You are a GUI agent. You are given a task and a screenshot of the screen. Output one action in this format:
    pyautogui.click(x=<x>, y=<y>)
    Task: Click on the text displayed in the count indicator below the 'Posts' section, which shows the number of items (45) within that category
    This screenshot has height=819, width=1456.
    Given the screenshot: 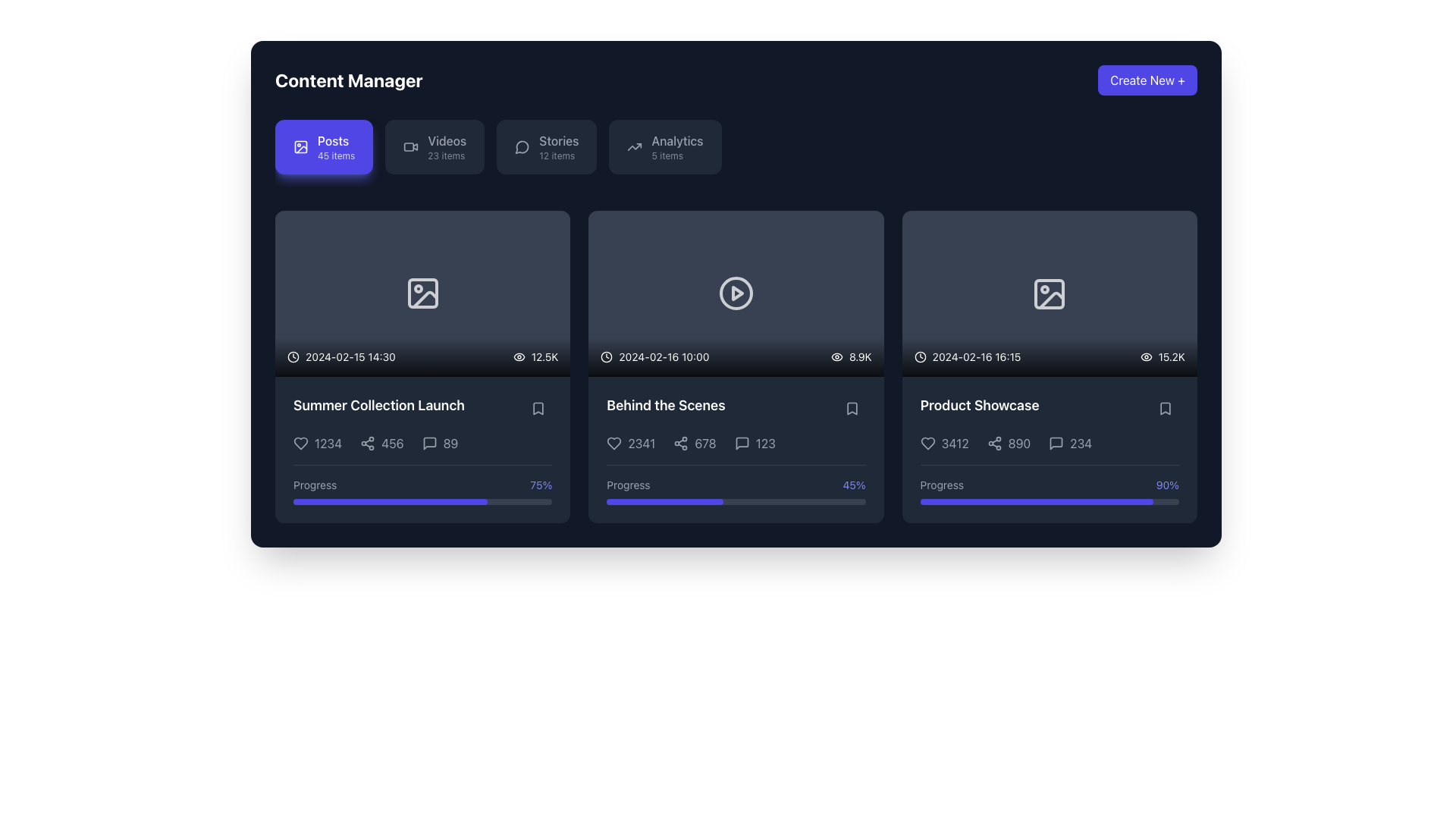 What is the action you would take?
    pyautogui.click(x=335, y=155)
    